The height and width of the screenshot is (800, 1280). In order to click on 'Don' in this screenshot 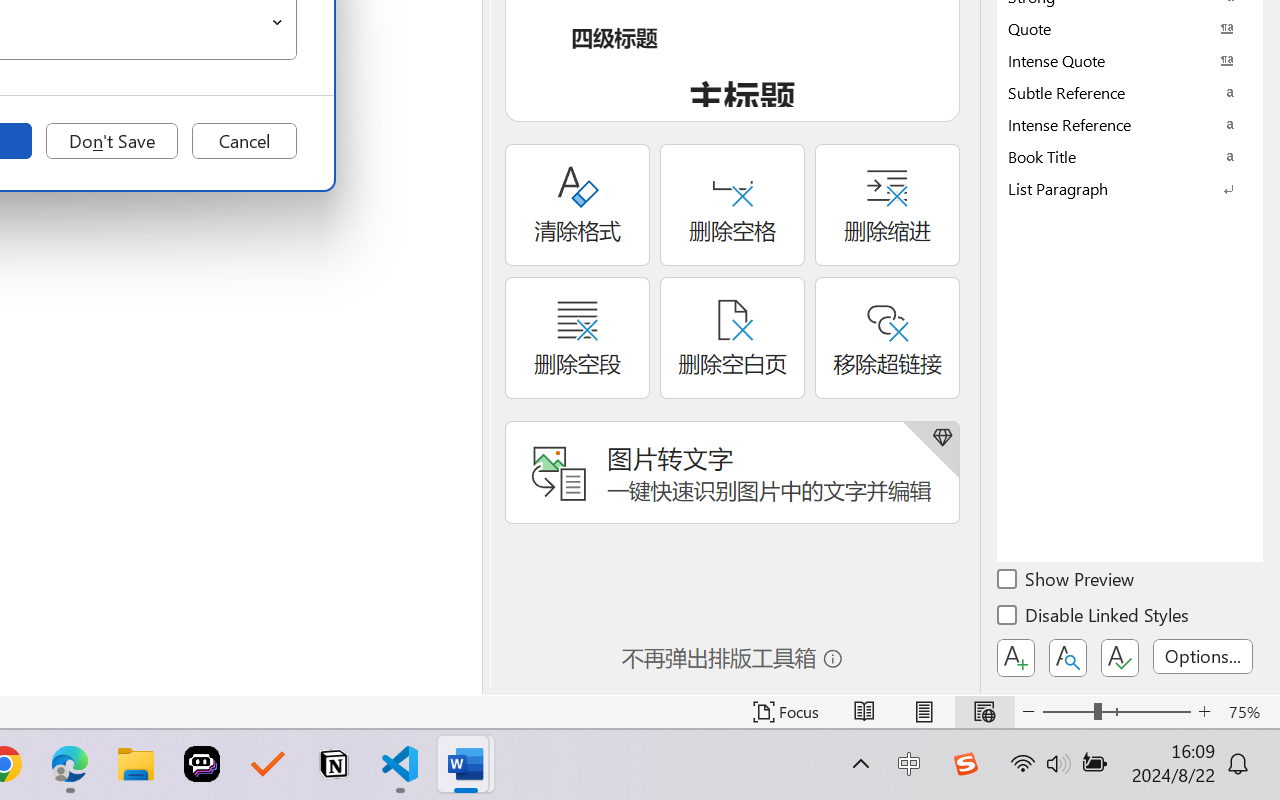, I will do `click(111, 141)`.